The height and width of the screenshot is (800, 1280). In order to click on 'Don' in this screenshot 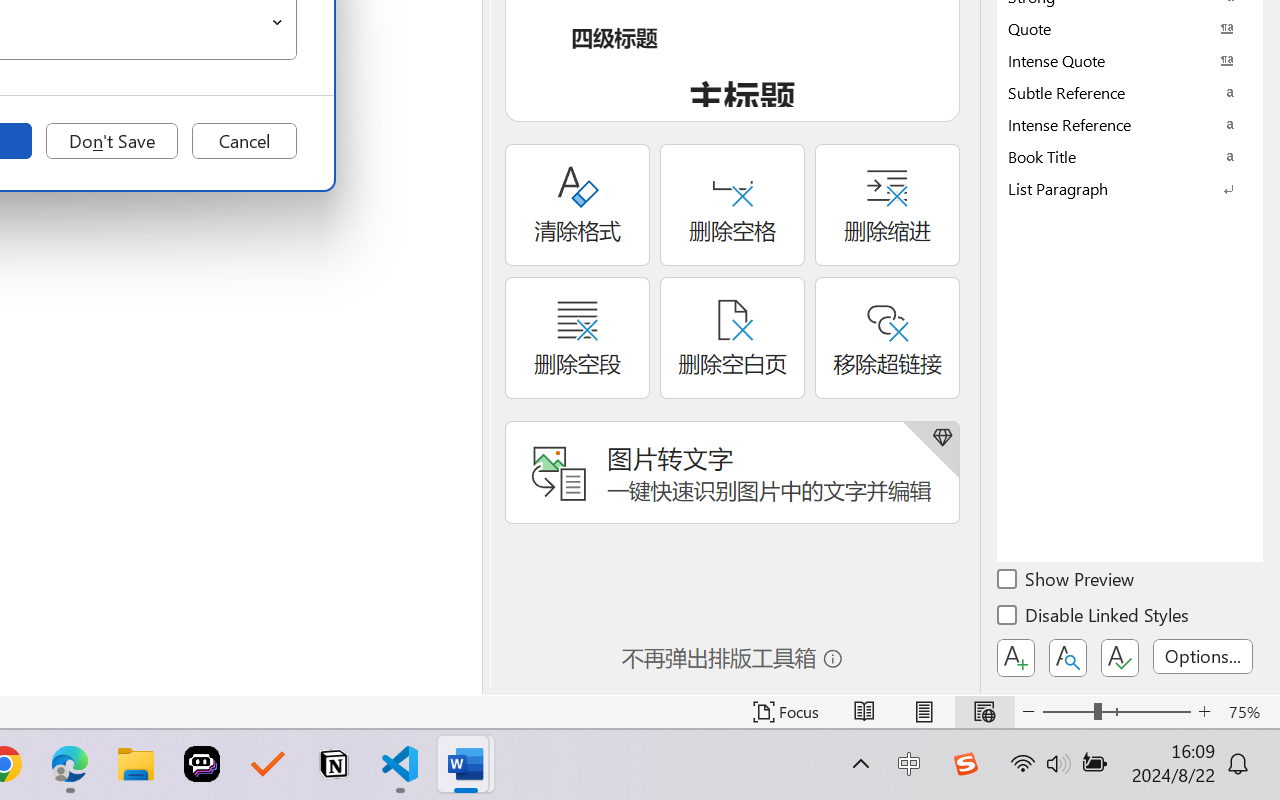, I will do `click(111, 141)`.